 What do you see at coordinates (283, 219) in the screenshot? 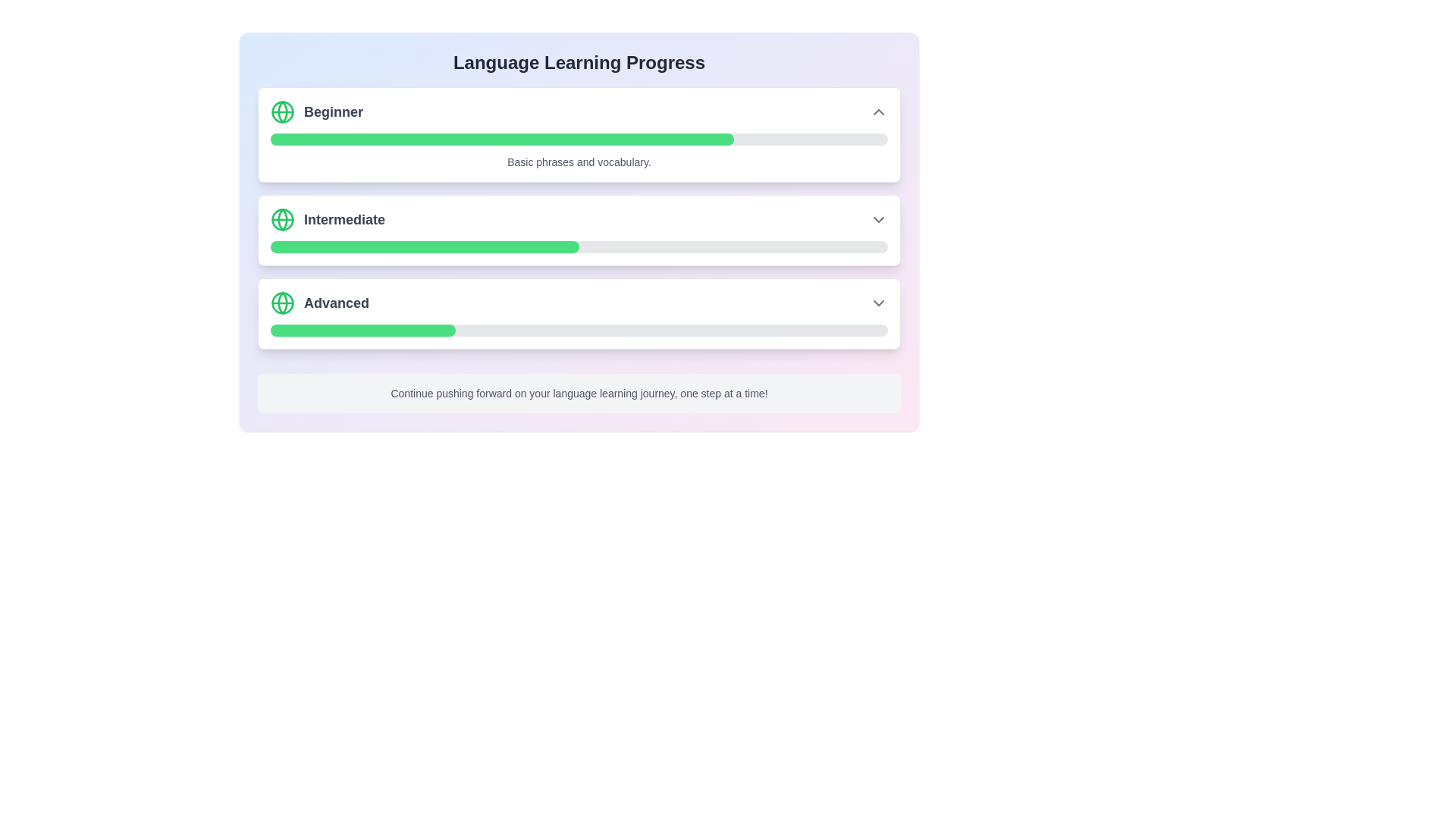
I see `the globe icon representing the 'Intermediate' section in the language learning progress interface` at bounding box center [283, 219].